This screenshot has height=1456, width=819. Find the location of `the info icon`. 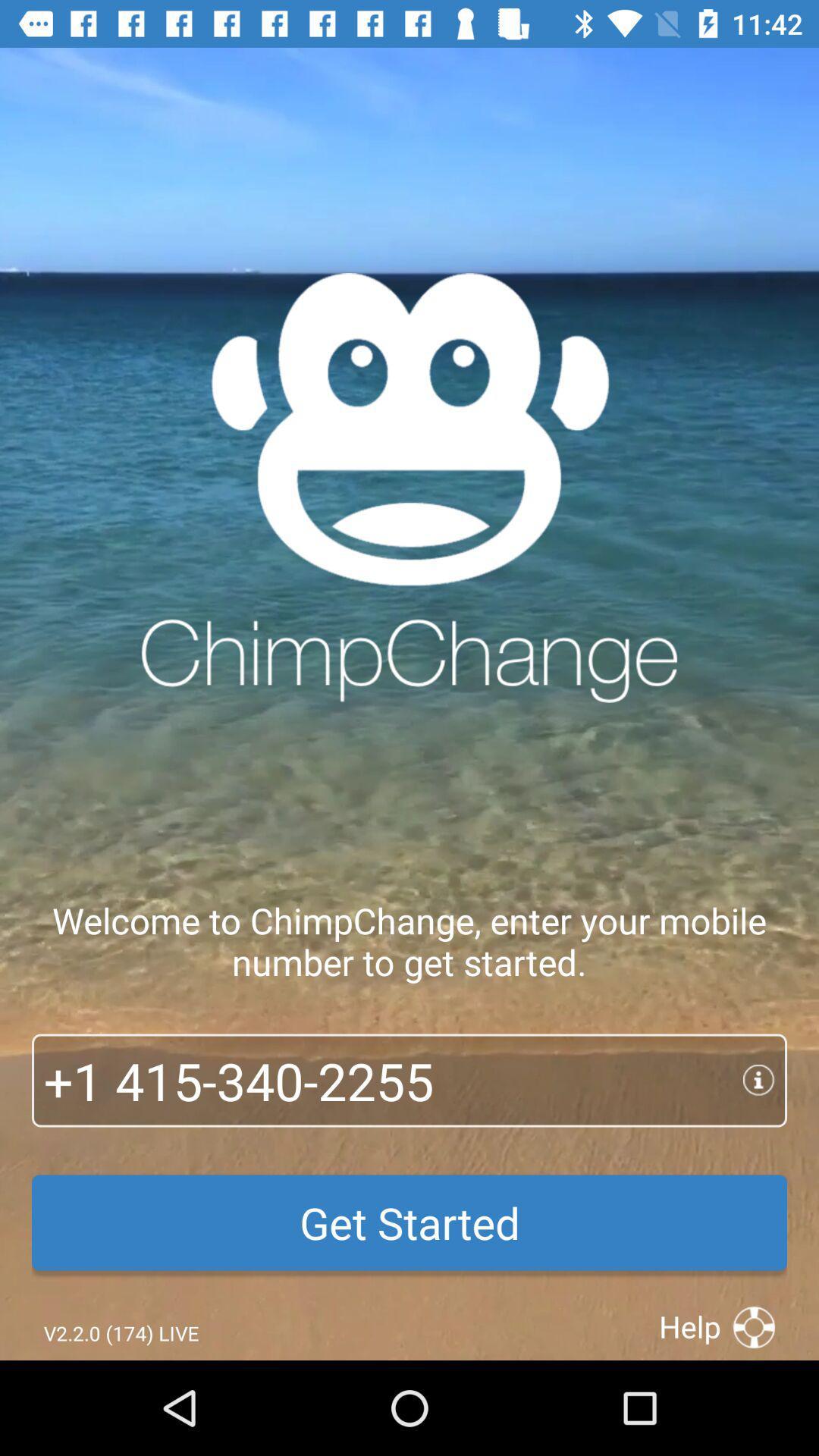

the info icon is located at coordinates (765, 1080).